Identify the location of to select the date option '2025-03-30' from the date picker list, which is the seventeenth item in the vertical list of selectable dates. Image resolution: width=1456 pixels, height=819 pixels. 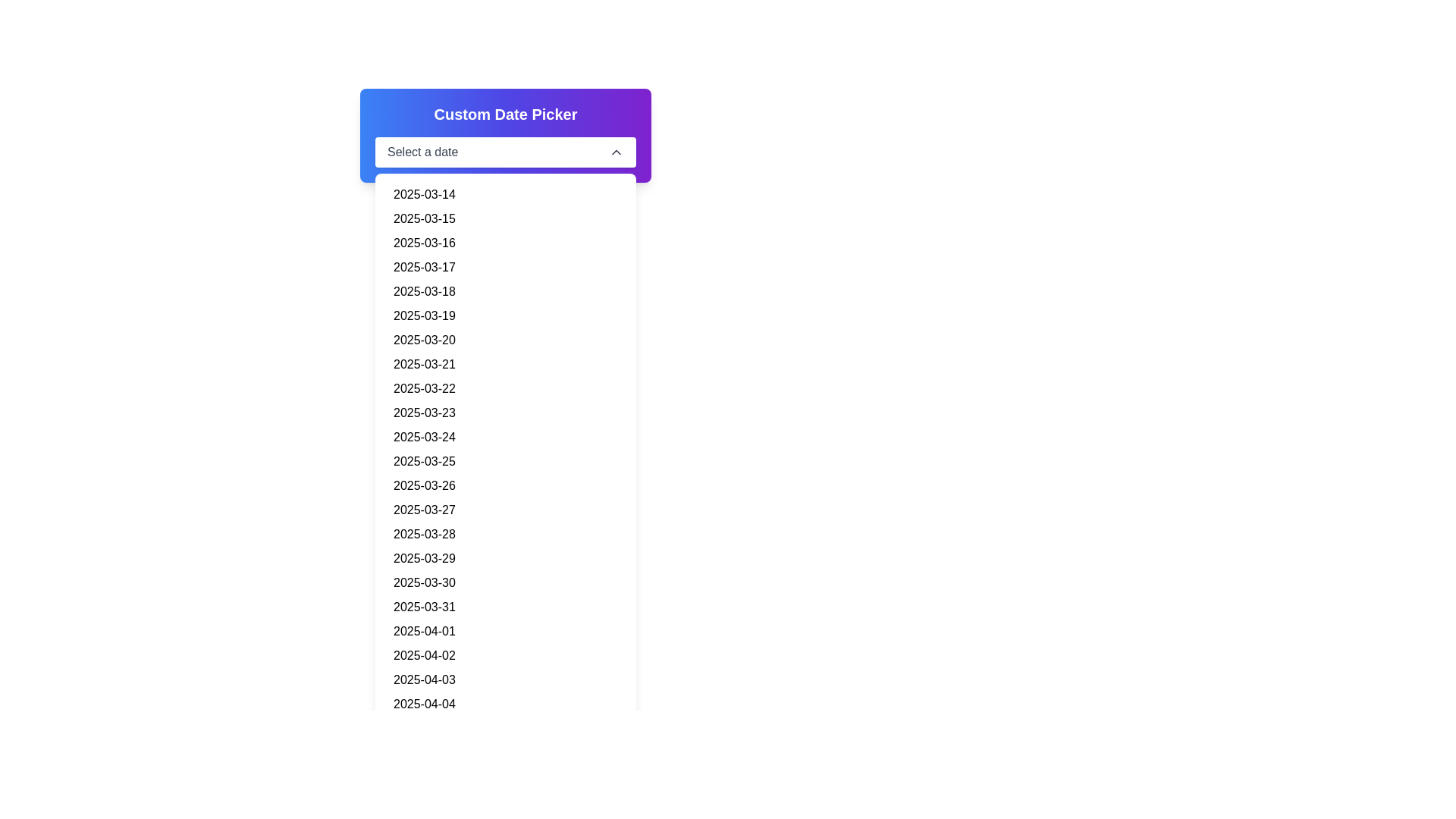
(506, 582).